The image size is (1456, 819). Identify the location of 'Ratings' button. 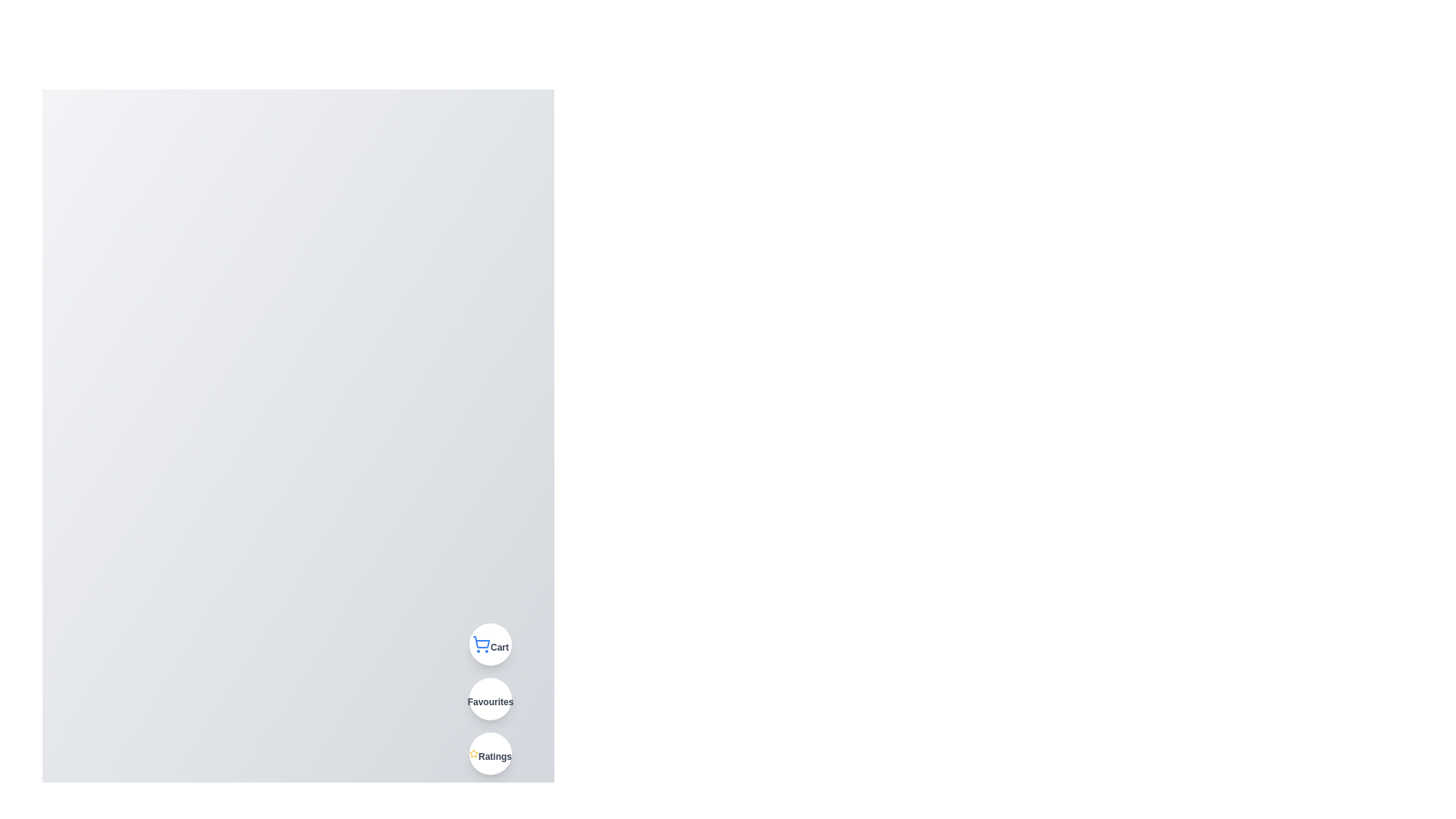
(491, 754).